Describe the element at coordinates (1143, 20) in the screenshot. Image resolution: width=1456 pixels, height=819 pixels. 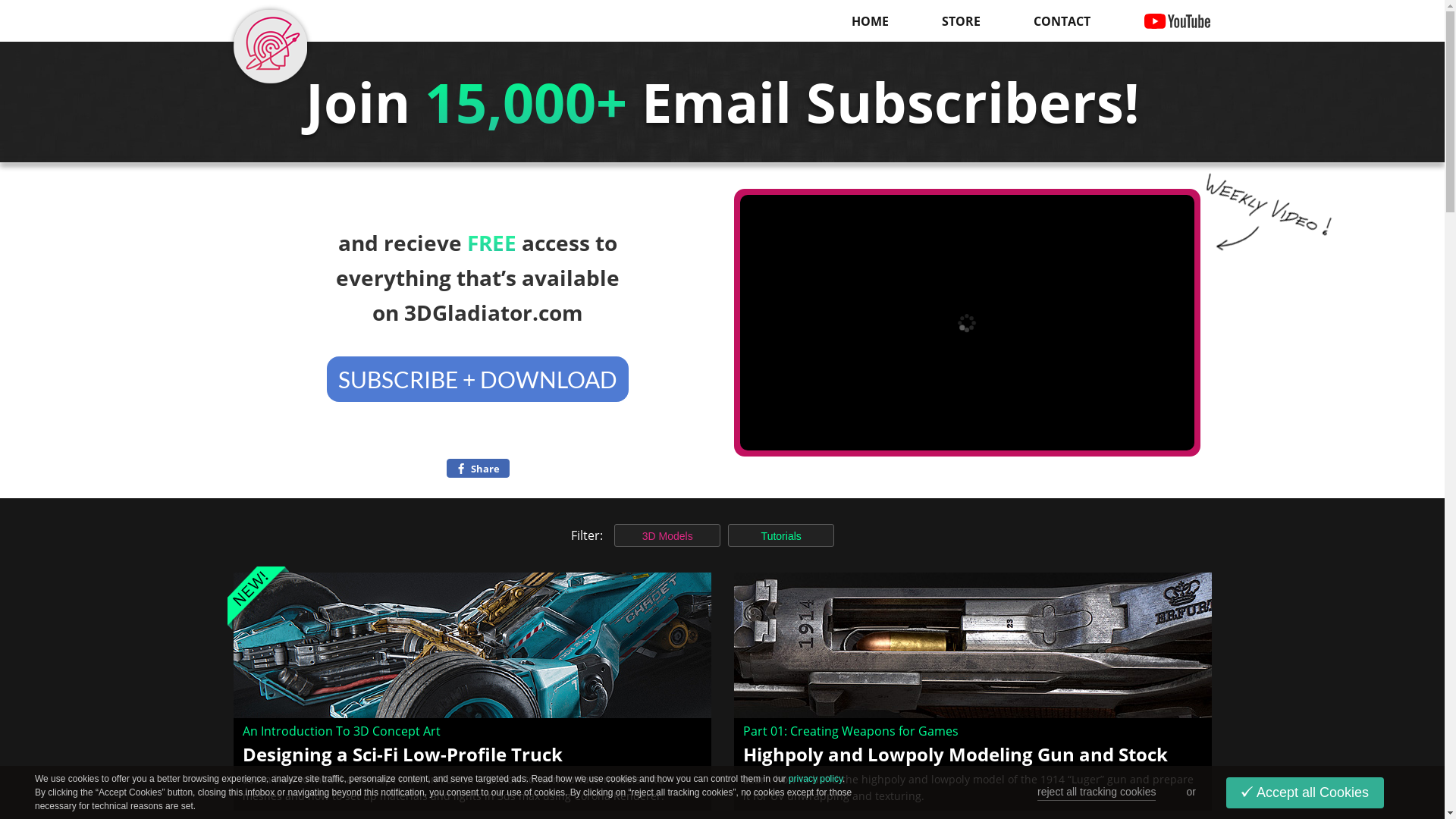
I see `'YOUTUBE'` at that location.